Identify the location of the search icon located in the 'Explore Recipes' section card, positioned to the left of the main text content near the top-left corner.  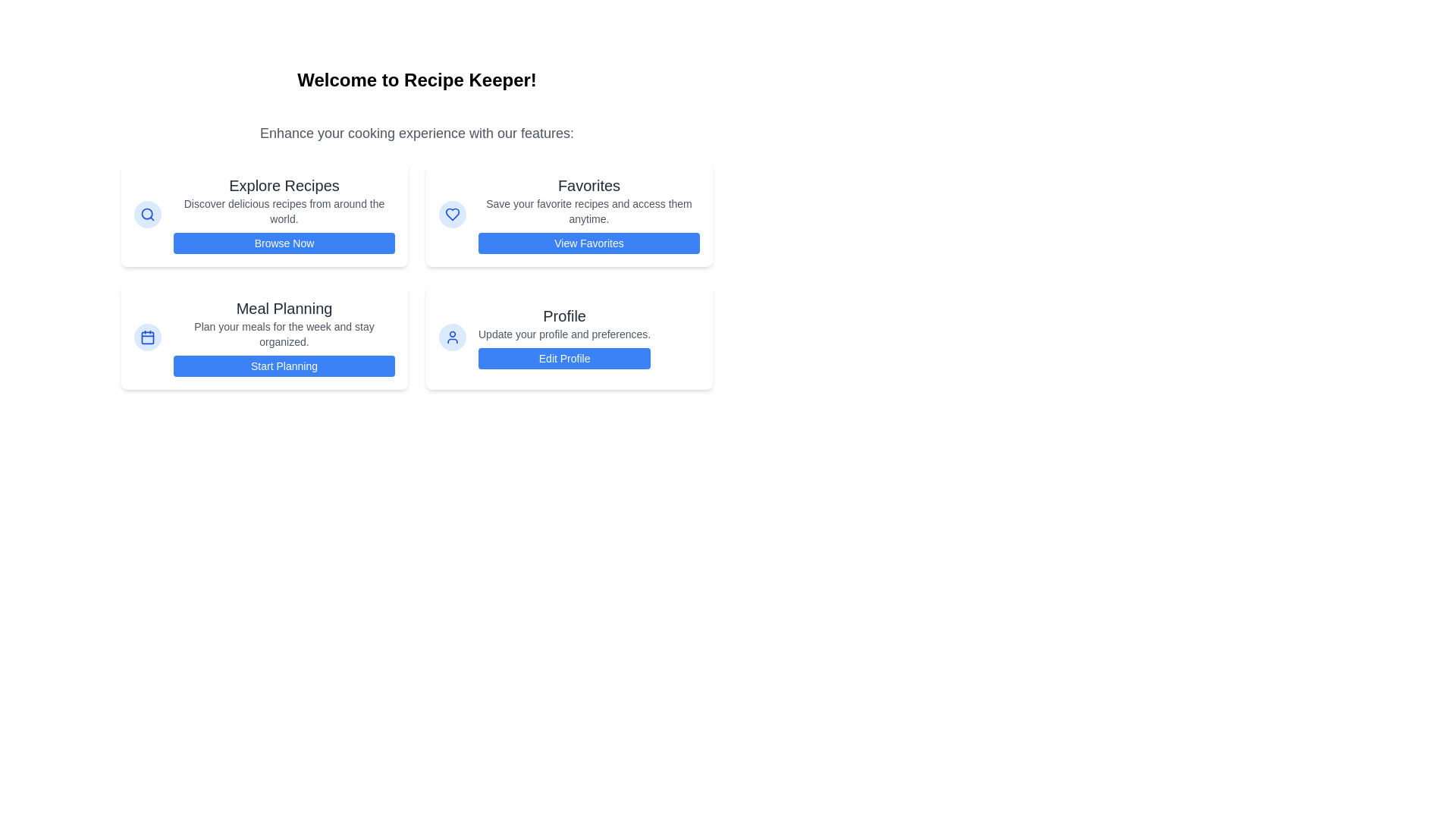
(148, 214).